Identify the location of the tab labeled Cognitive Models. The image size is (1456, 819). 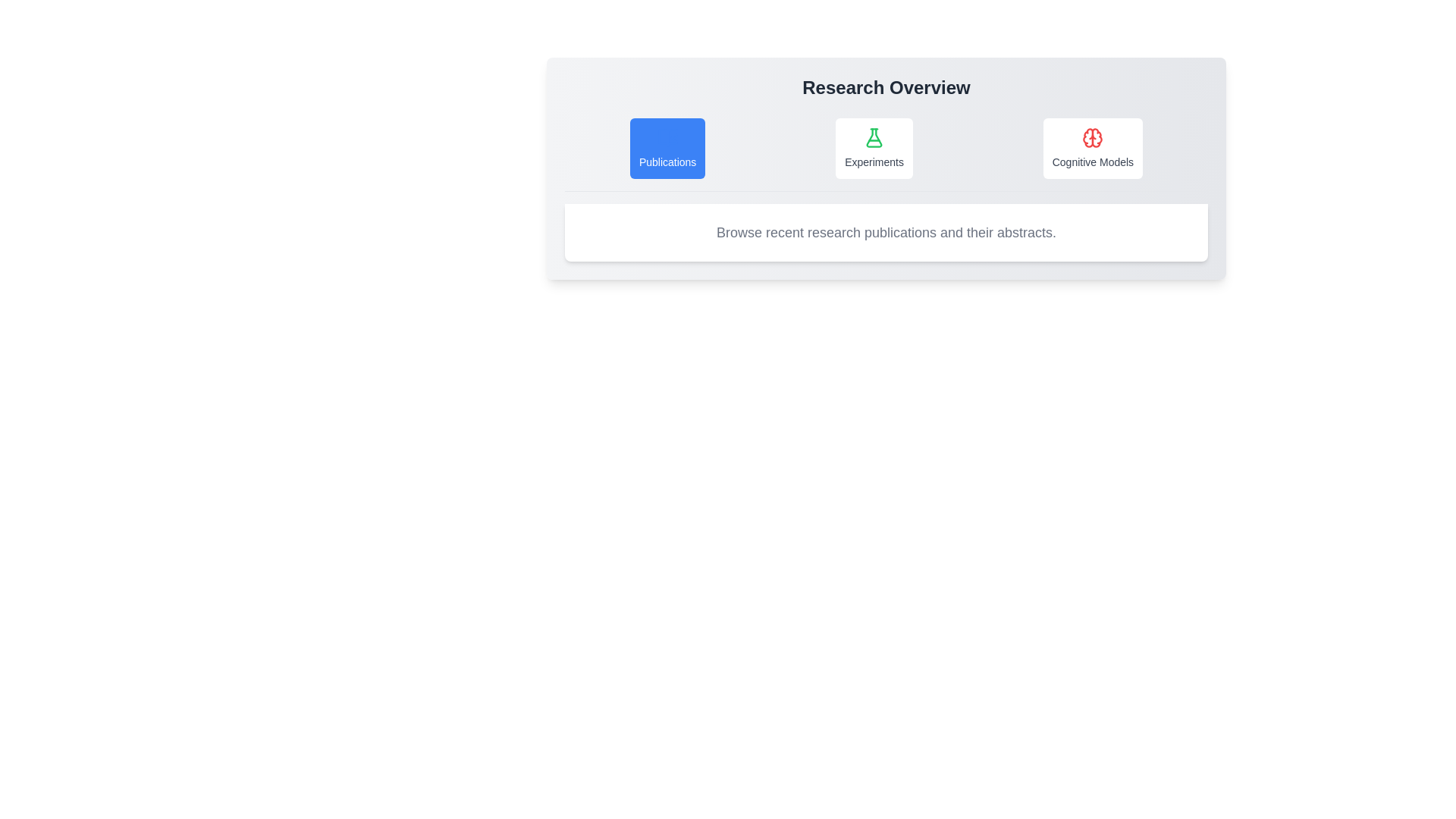
(1093, 149).